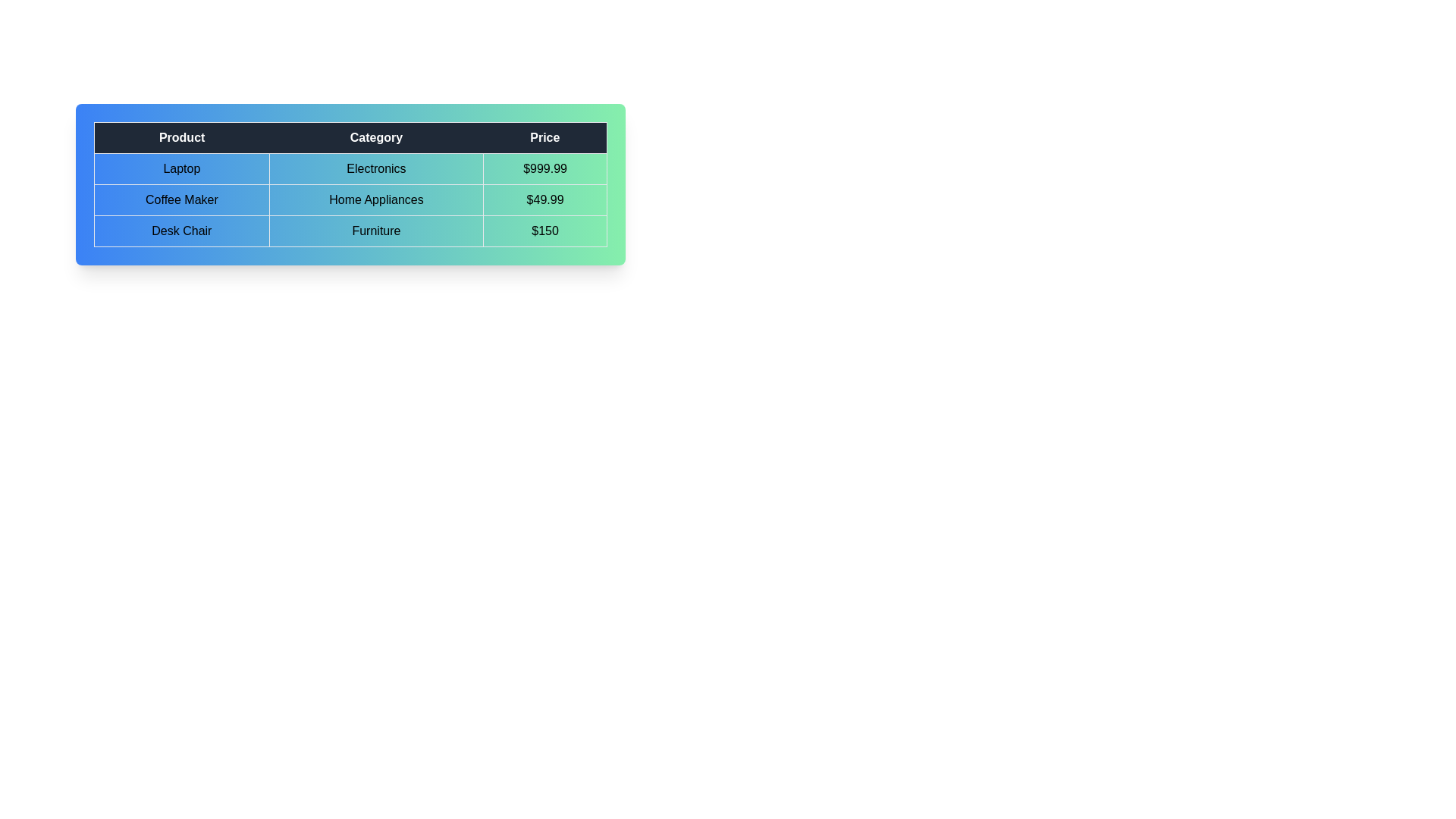 This screenshot has height=819, width=1456. What do you see at coordinates (350, 199) in the screenshot?
I see `the second row in the table containing 'Coffee Maker', 'Home Appliances', and '$49.99'` at bounding box center [350, 199].